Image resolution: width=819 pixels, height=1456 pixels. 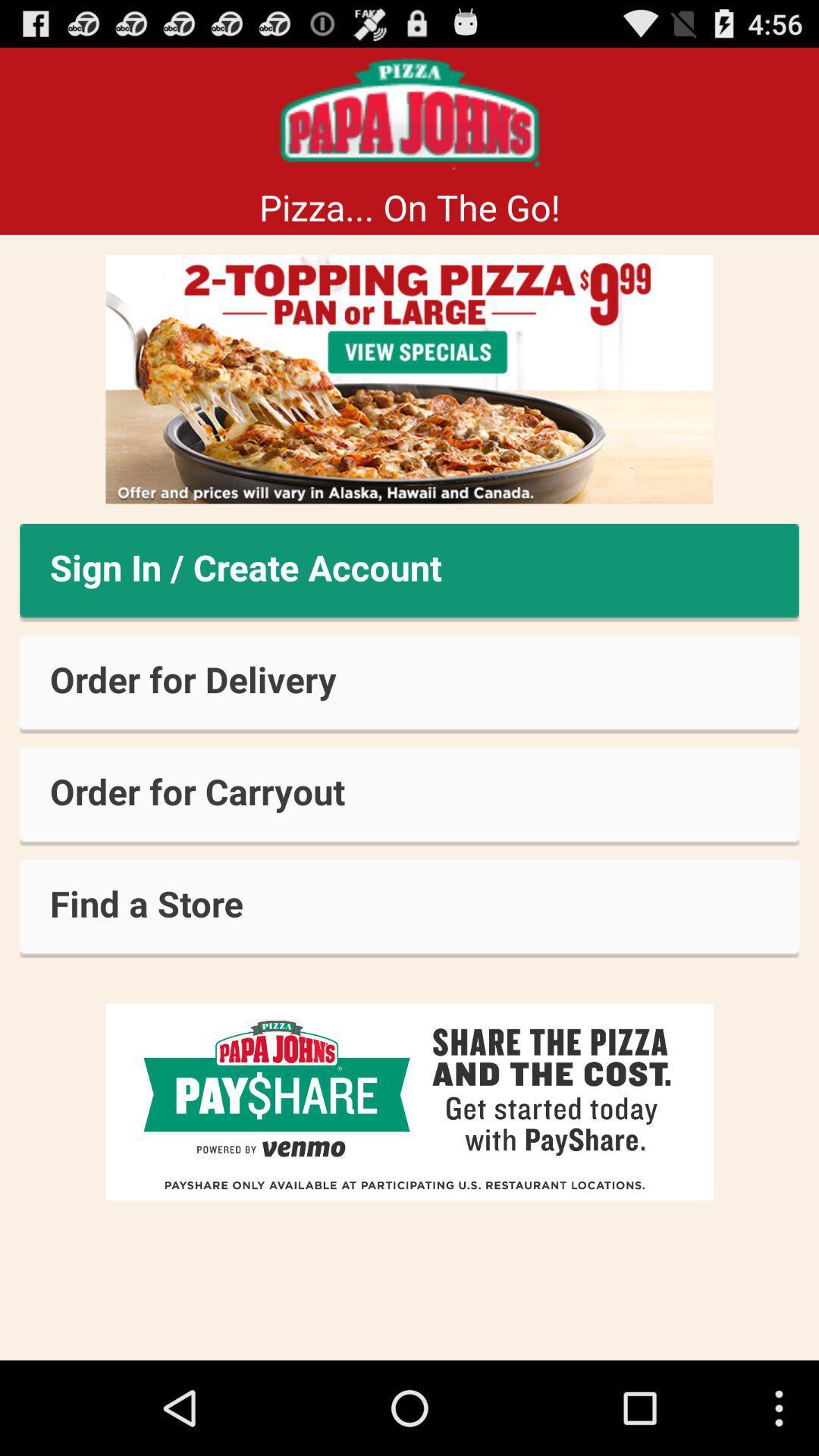 I want to click on picture of special deal, so click(x=409, y=379).